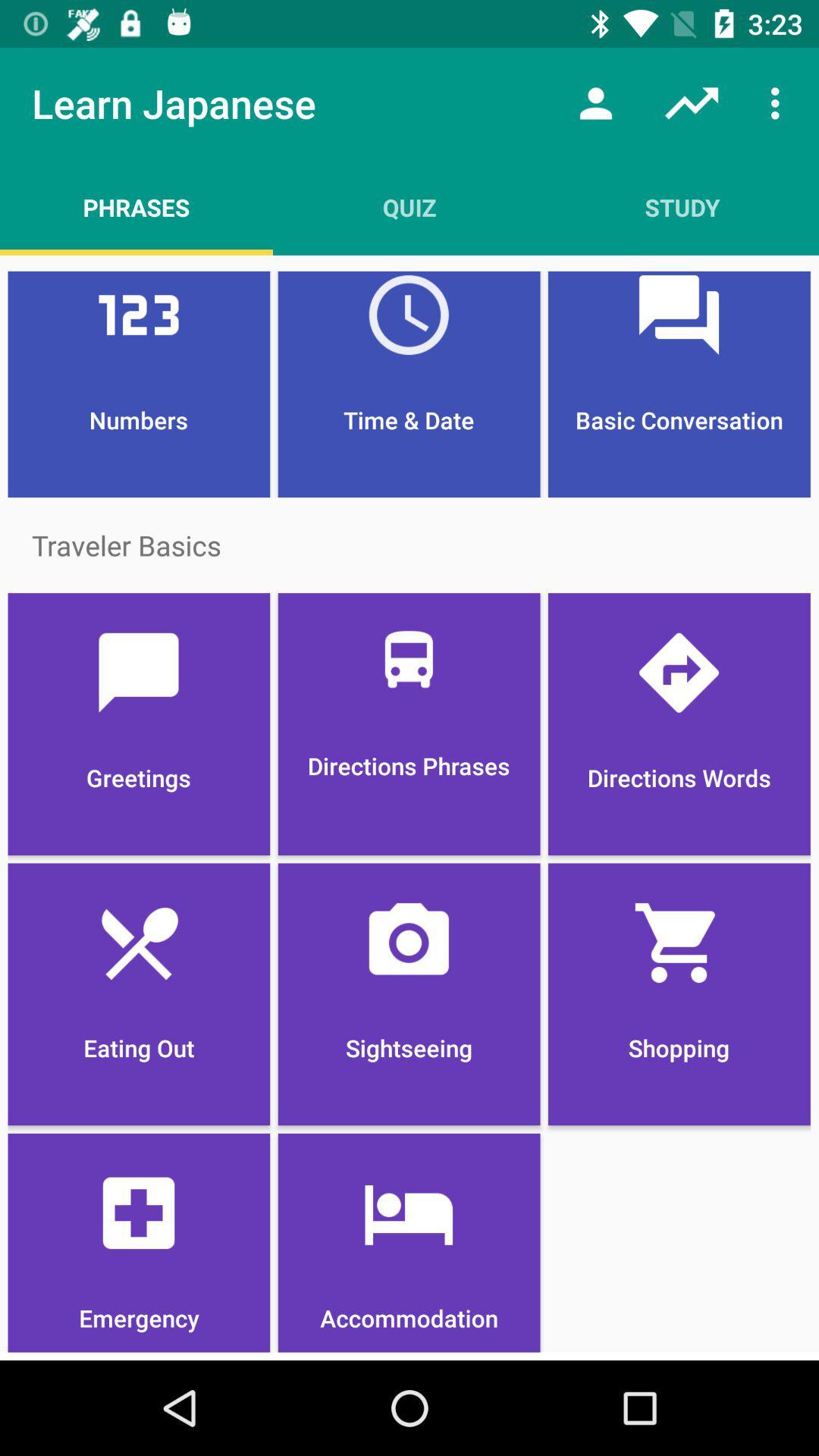 The height and width of the screenshot is (1456, 819). Describe the element at coordinates (409, 206) in the screenshot. I see `quiz` at that location.